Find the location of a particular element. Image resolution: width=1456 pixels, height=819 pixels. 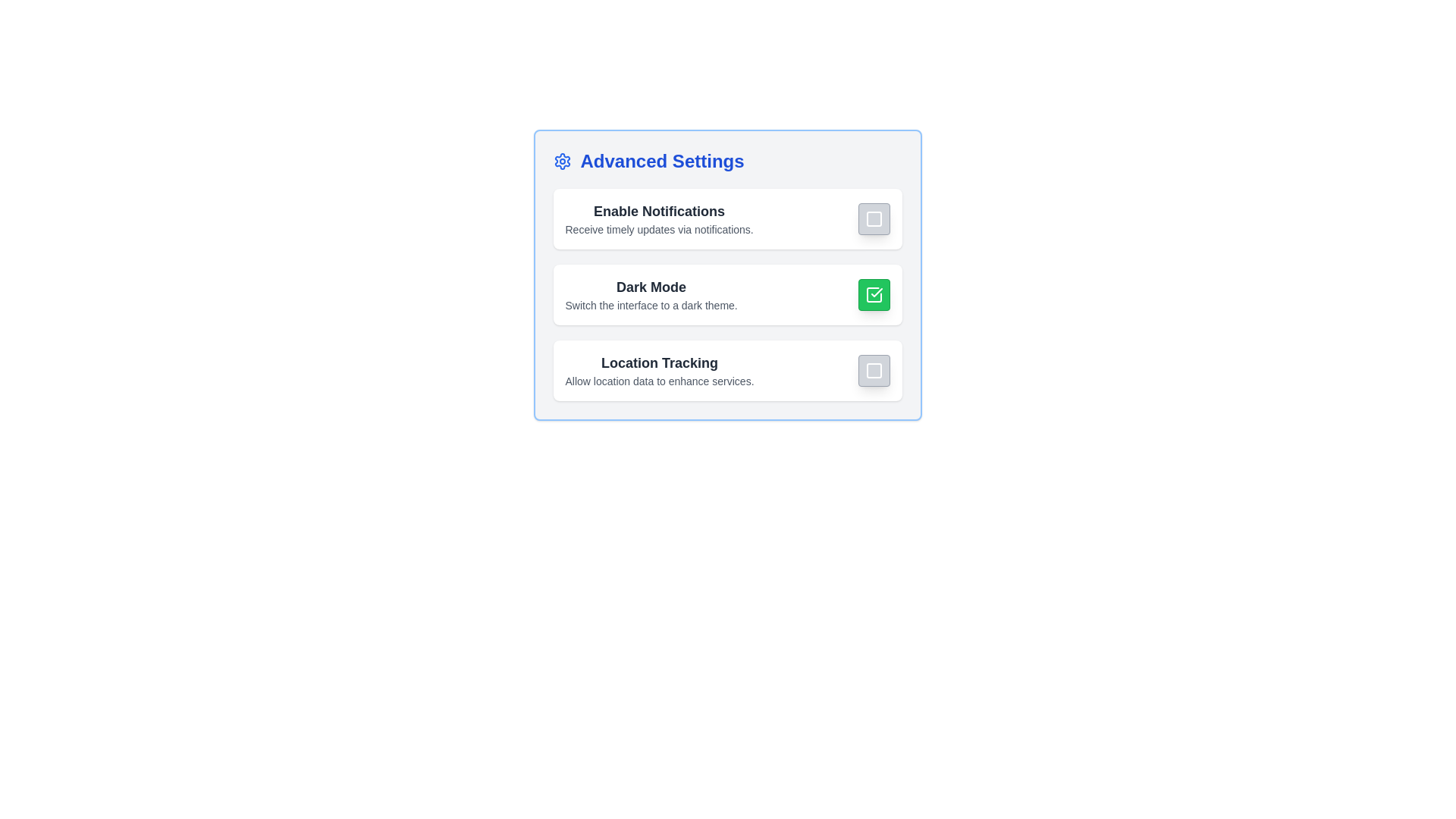

the Informational card about enabling notifications, which contains a brief description and an interactive button, positioned above the 'Dark Mode' and 'Location Tracking' cards in the 'Advanced Settings' section is located at coordinates (726, 219).